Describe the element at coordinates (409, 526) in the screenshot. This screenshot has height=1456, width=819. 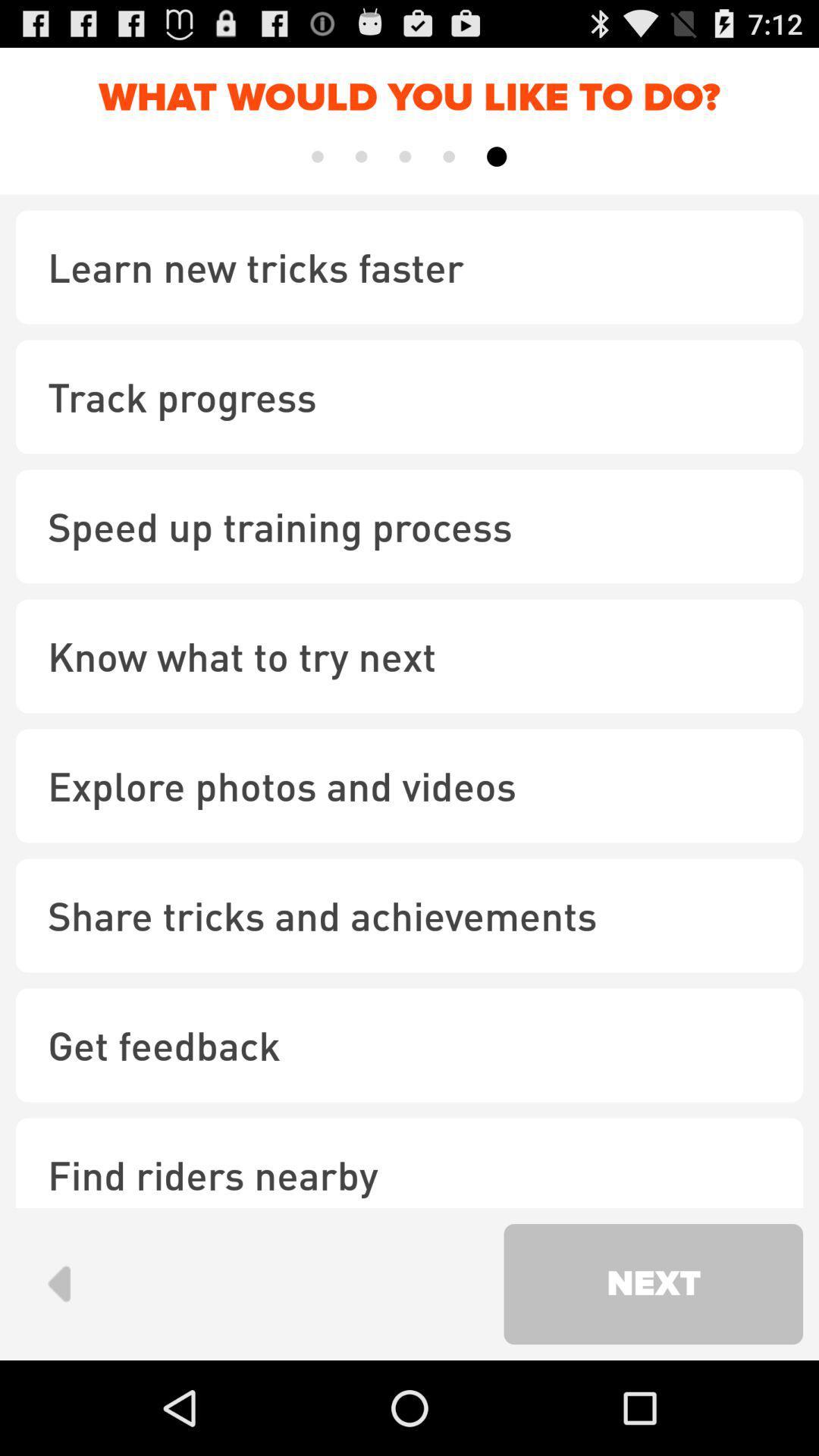
I see `the speed up training icon` at that location.